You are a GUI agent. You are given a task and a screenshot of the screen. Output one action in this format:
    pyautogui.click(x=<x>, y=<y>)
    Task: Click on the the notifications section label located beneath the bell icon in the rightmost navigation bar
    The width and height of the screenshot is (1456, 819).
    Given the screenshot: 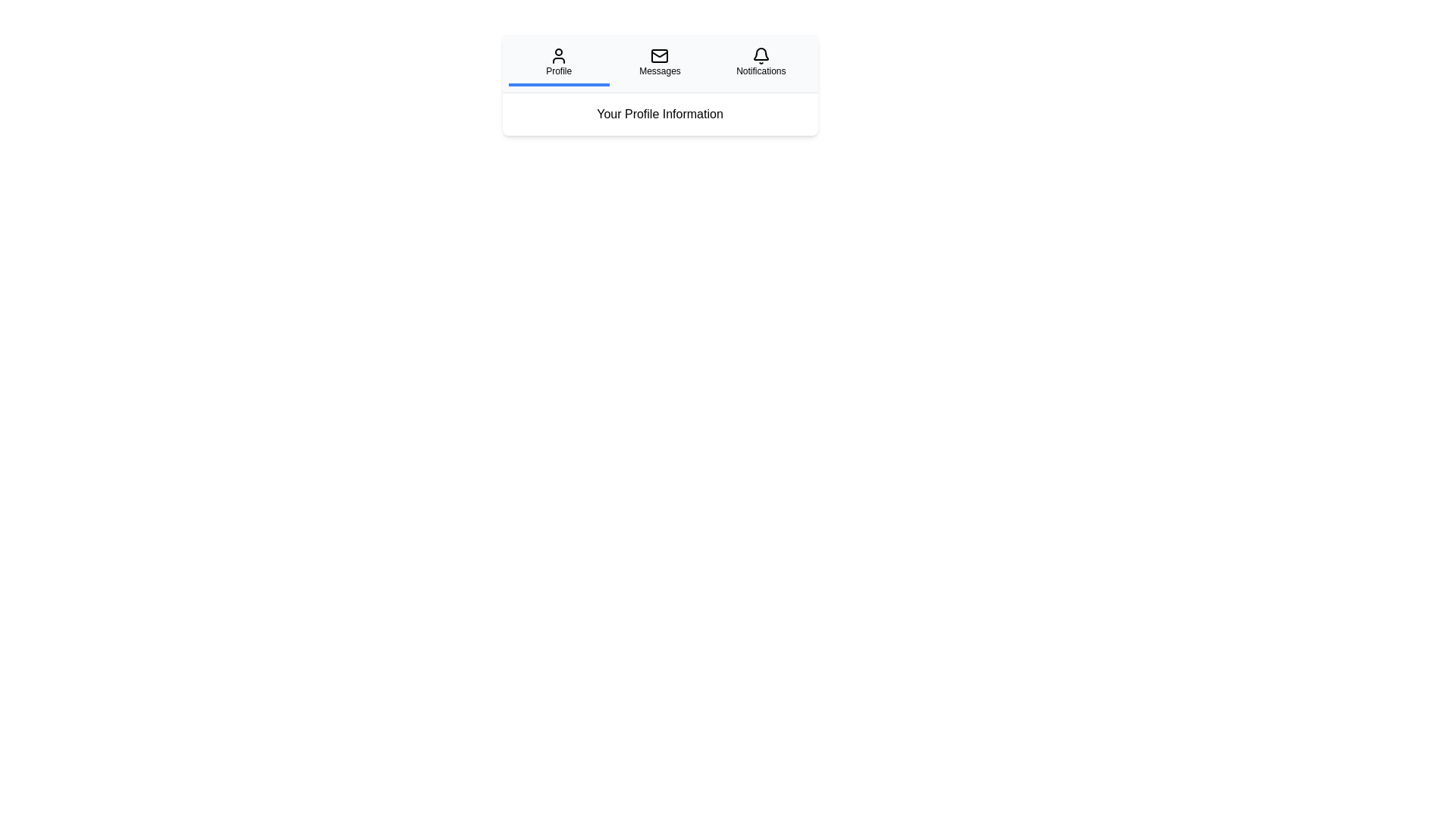 What is the action you would take?
    pyautogui.click(x=761, y=71)
    